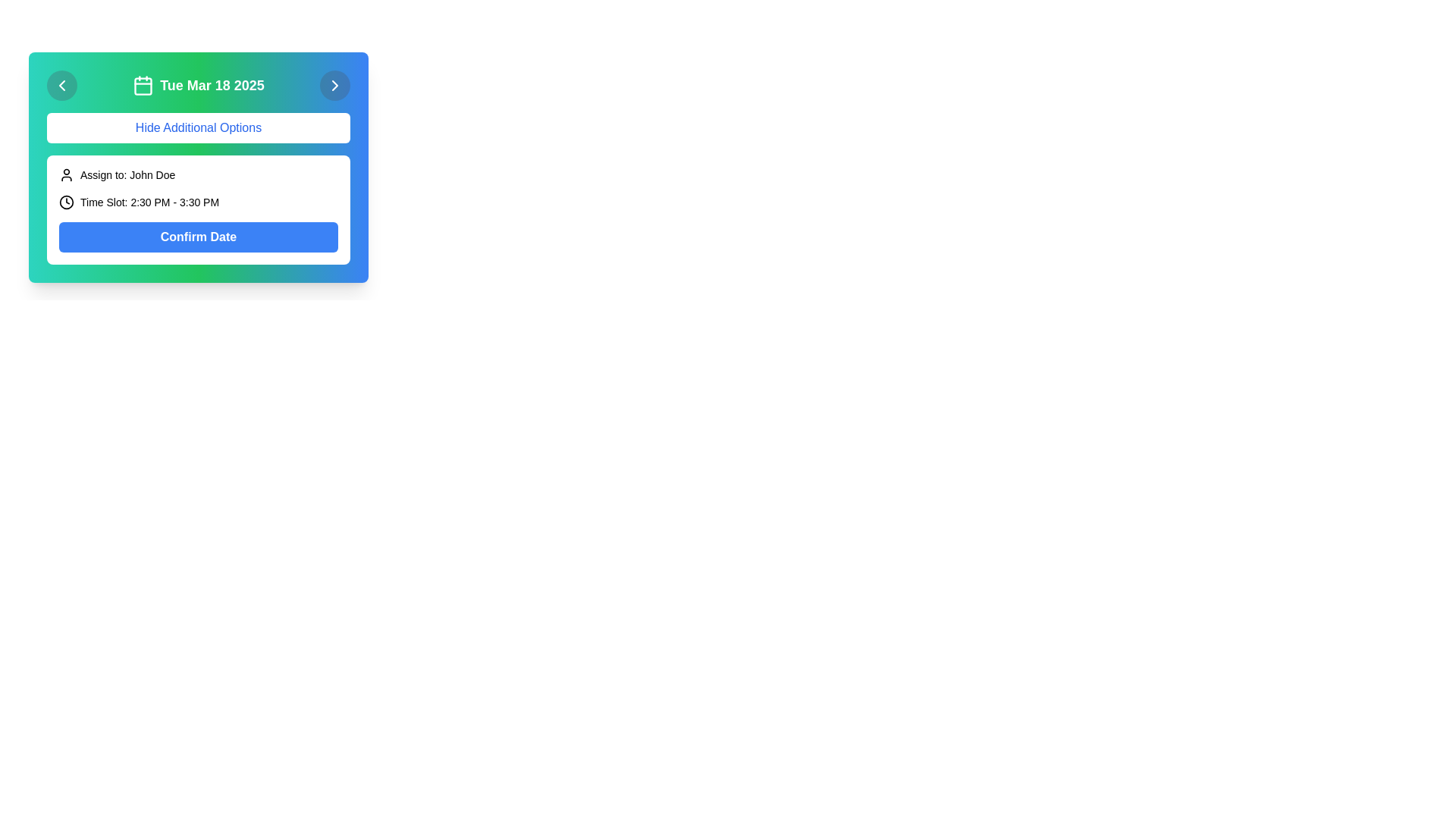 This screenshot has height=819, width=1456. I want to click on the small monochromatic SVG clock icon located at the leftmost part of the 'Time Slot: 2:30 PM - 3:30 PM' section, so click(65, 201).